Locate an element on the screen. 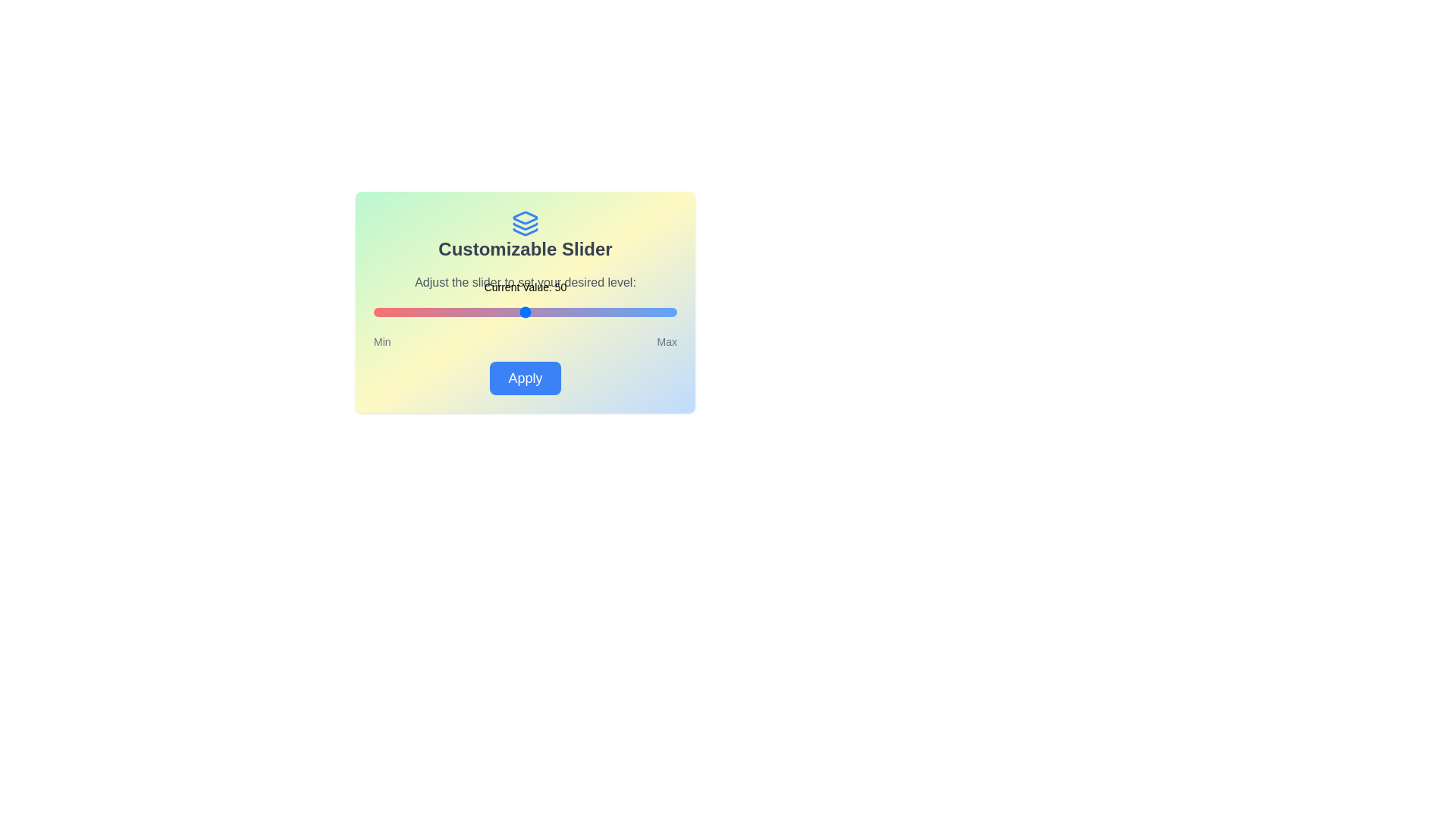  the slider to set its value to 49 is located at coordinates (522, 312).